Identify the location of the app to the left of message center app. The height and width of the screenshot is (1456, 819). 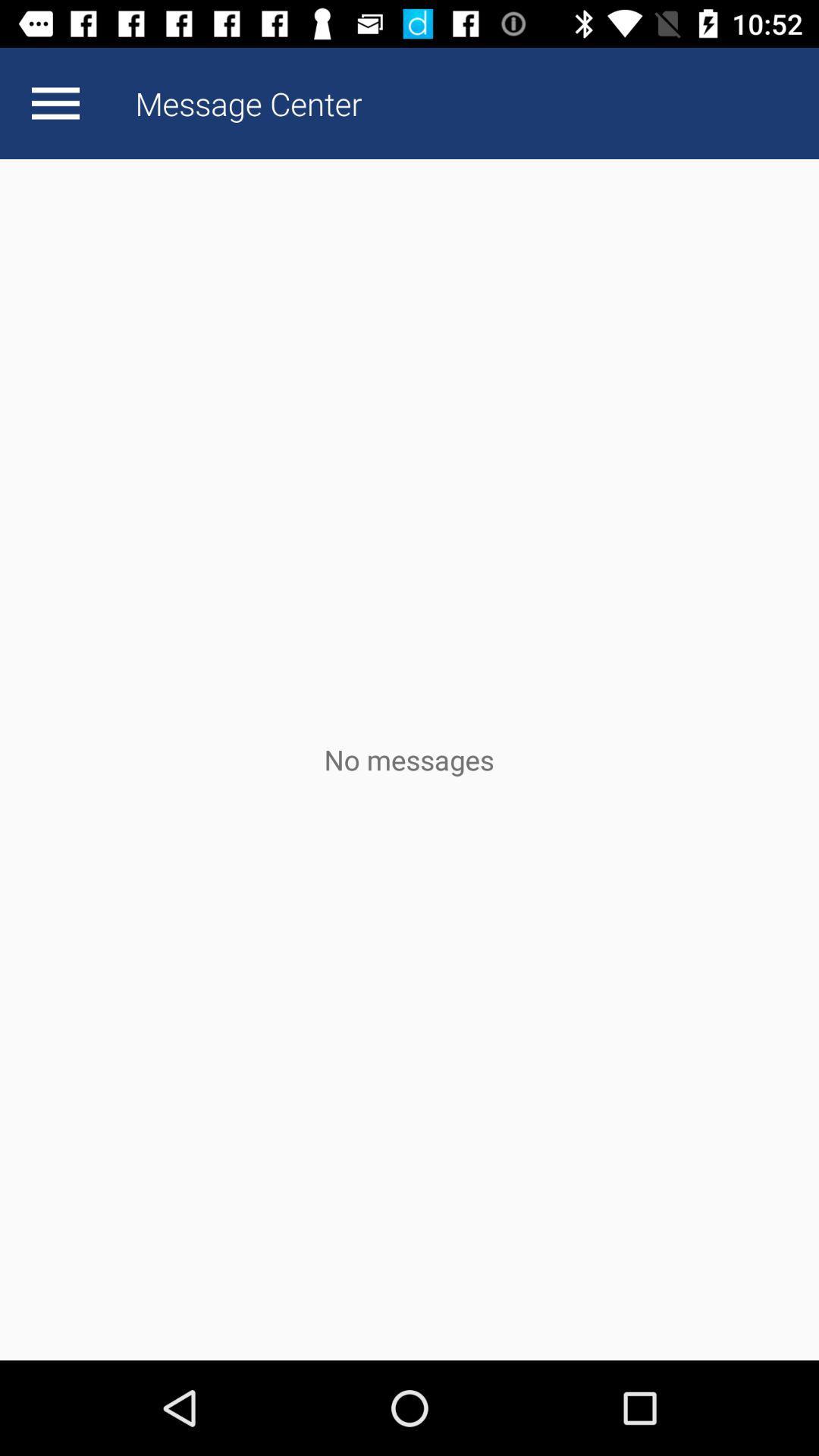
(55, 102).